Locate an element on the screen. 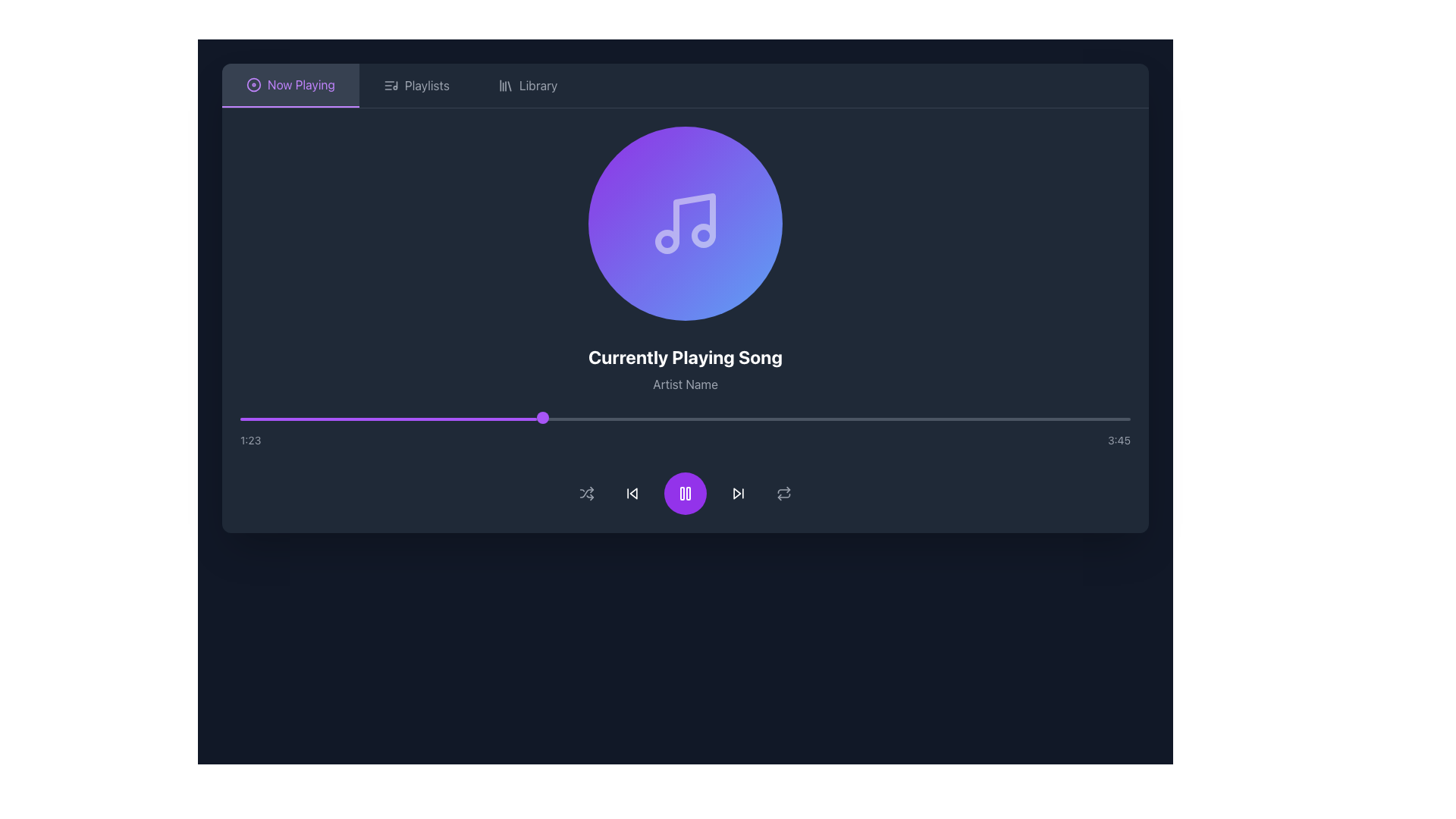  the smaller inner circle component located inside the larger circular structure on the left side of the header navigation bar, which is associated with the 'Now Playing' label is located at coordinates (254, 84).